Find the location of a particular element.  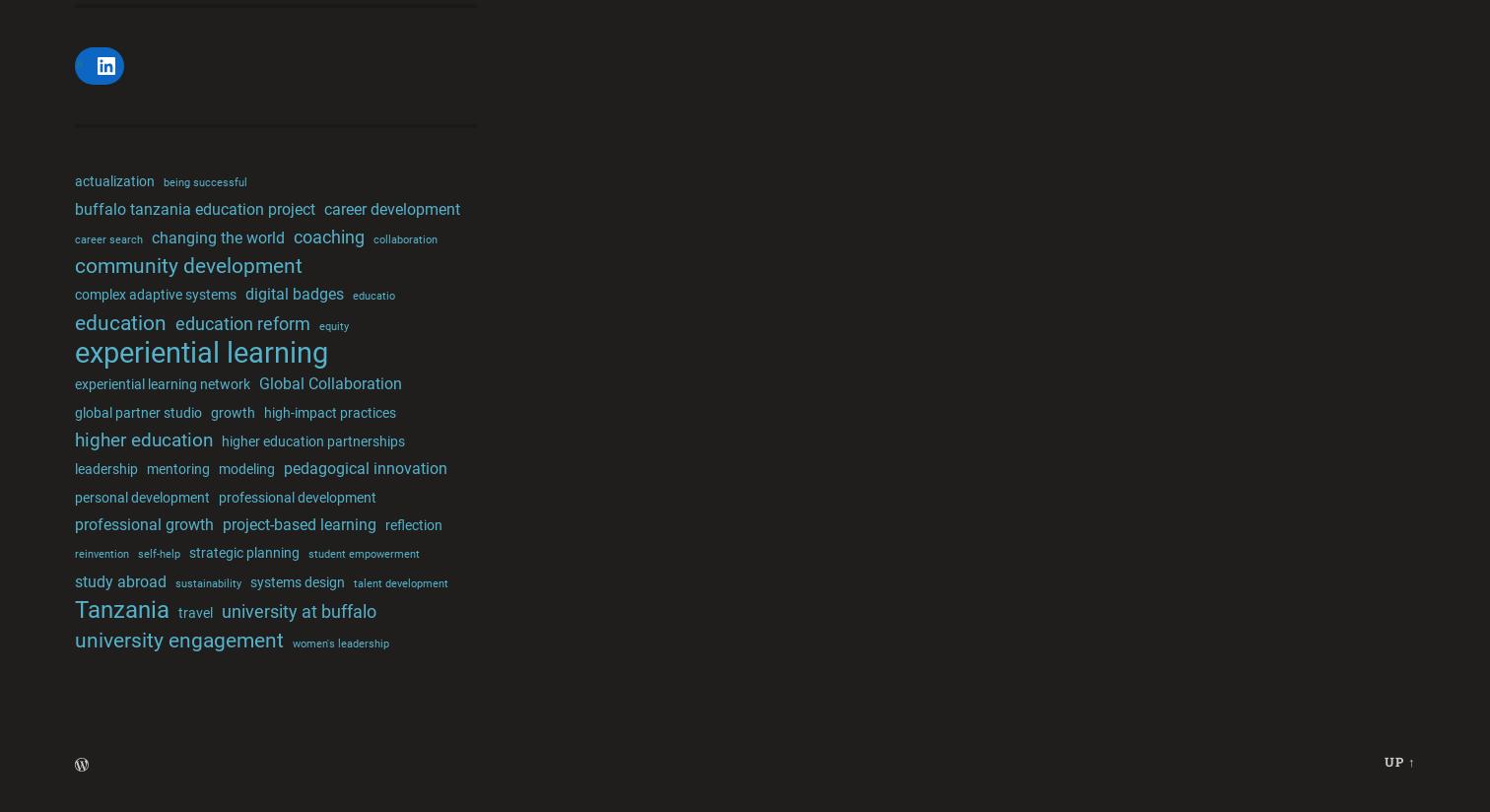

'systems design' is located at coordinates (297, 580).